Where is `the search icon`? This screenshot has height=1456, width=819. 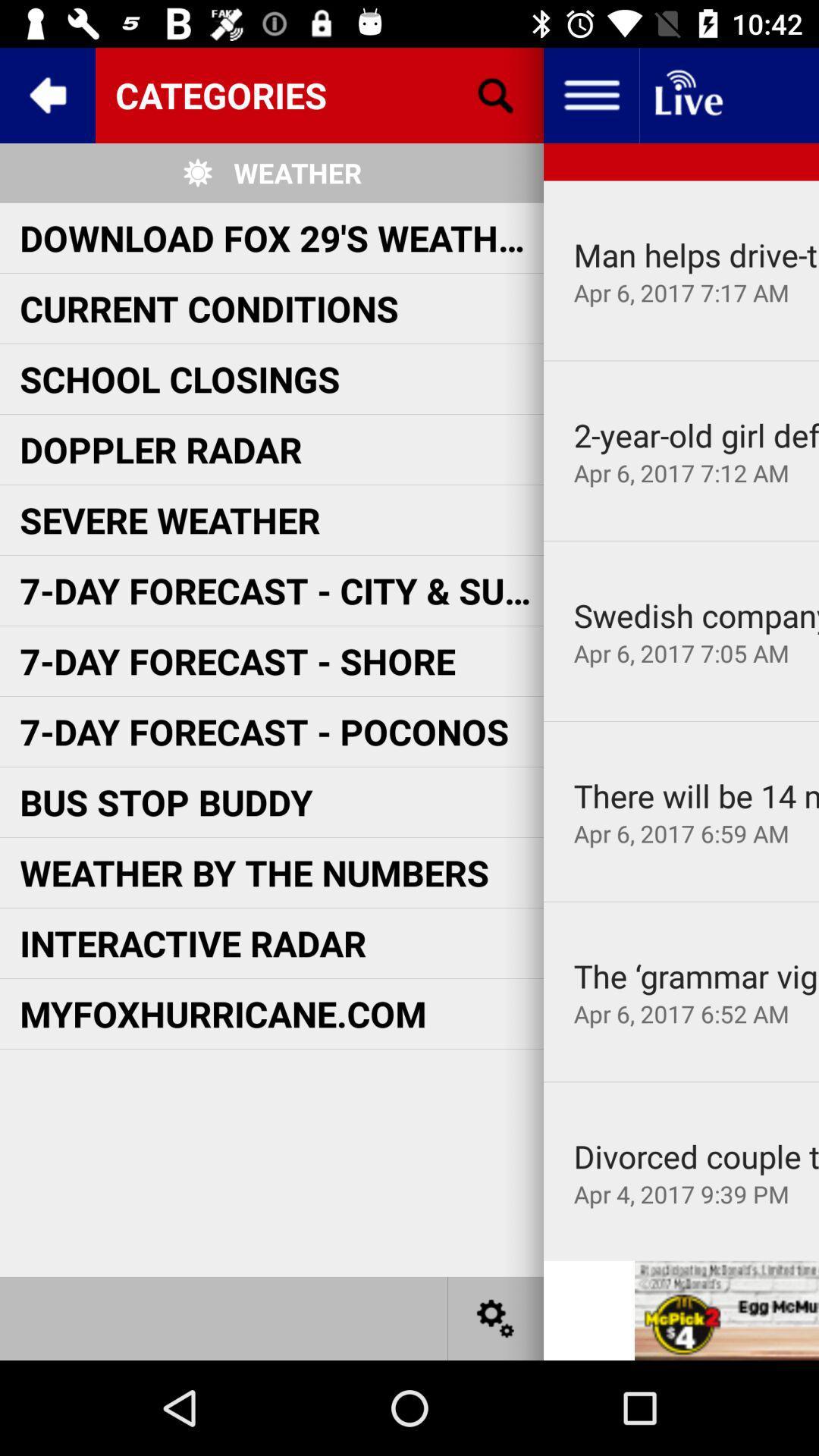 the search icon is located at coordinates (496, 94).